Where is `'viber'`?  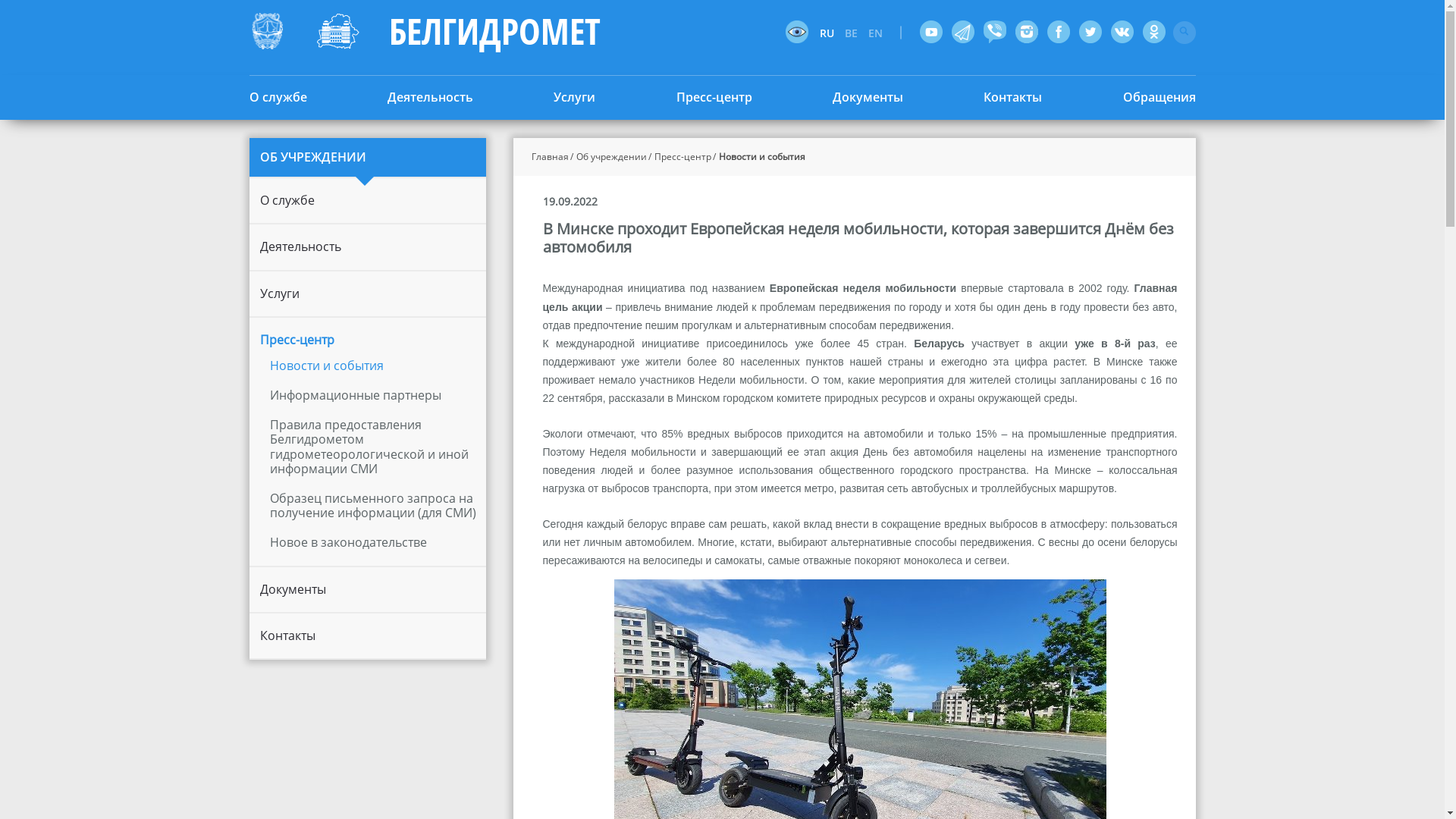
'viber' is located at coordinates (993, 32).